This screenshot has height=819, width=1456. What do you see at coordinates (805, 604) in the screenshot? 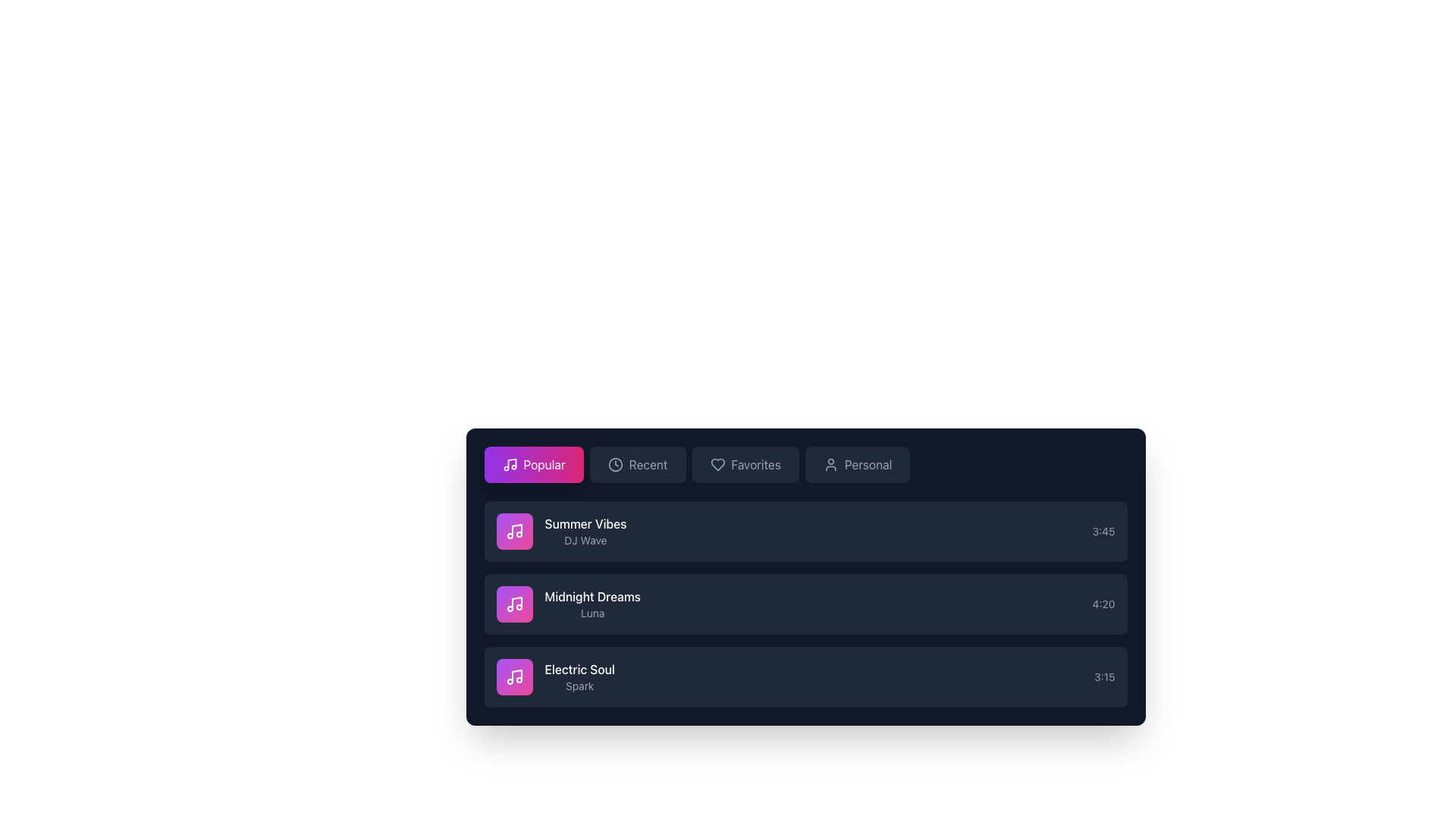
I see `the second interactive music track item in the list` at bounding box center [805, 604].